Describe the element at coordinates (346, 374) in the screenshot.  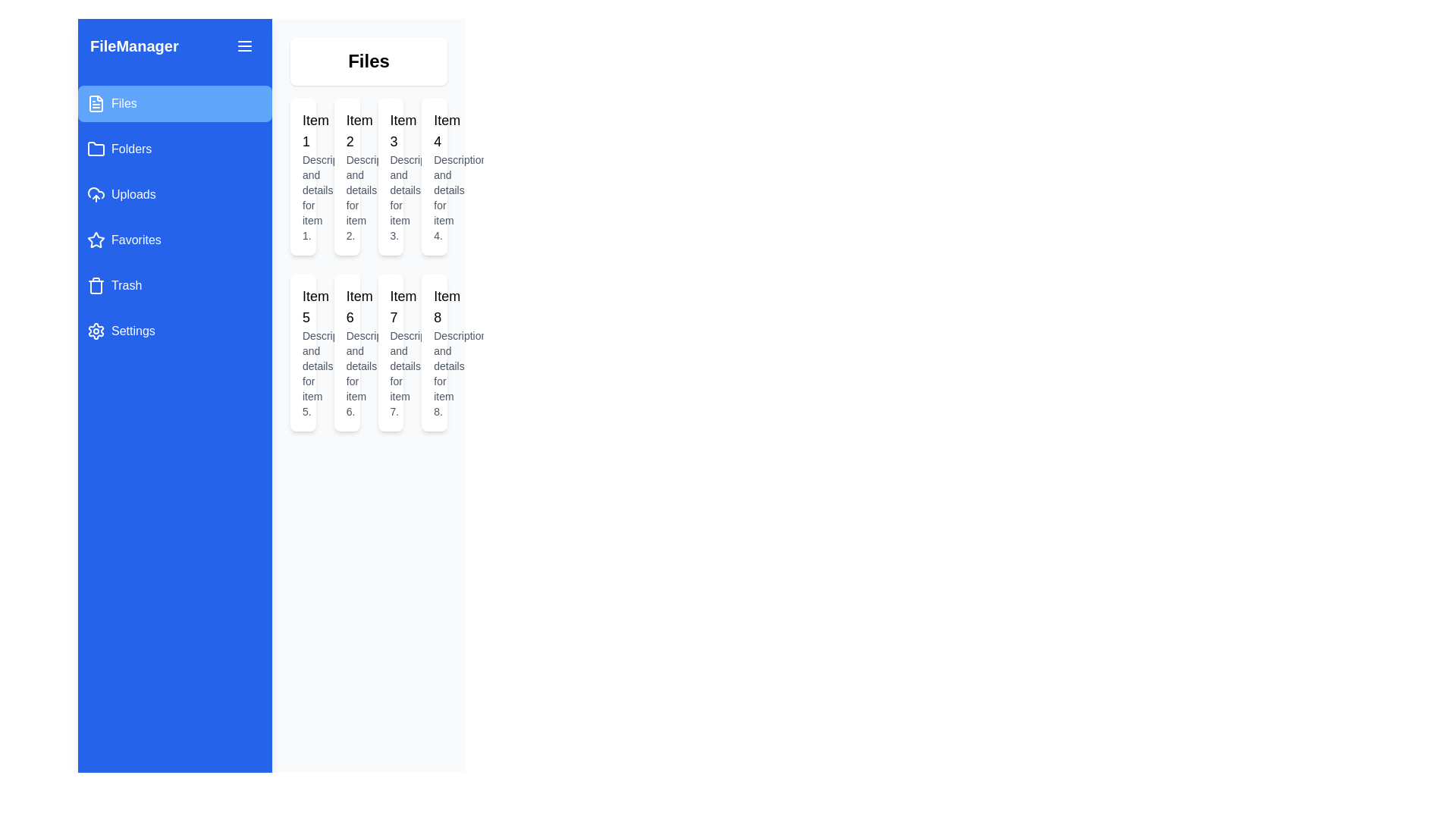
I see `descriptive text label below the heading 'Item 6' in the second card of the grid layout` at that location.